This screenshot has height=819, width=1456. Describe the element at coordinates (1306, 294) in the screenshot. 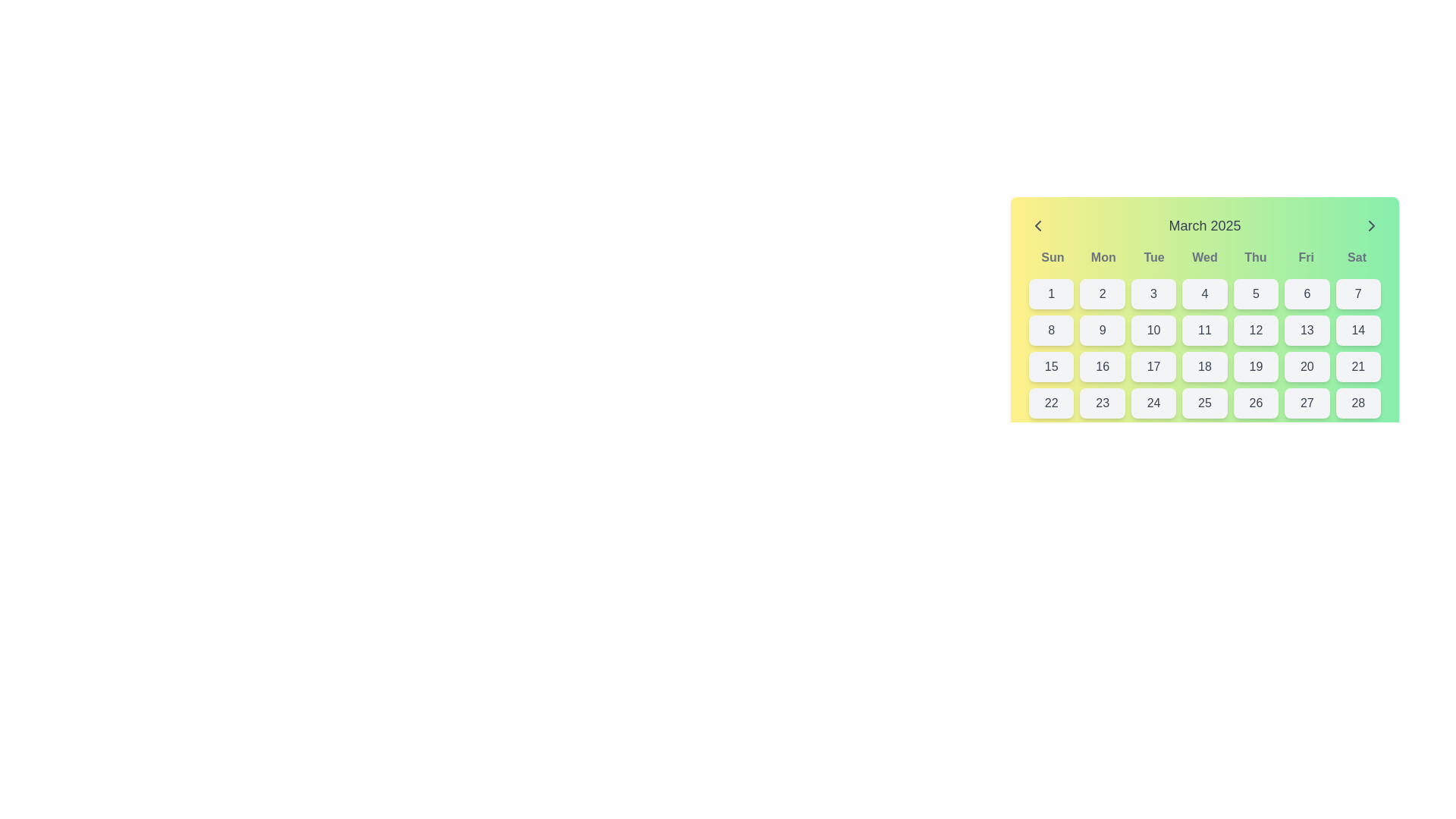

I see `the button located in the sixth column of the first row of the calendar grid` at that location.